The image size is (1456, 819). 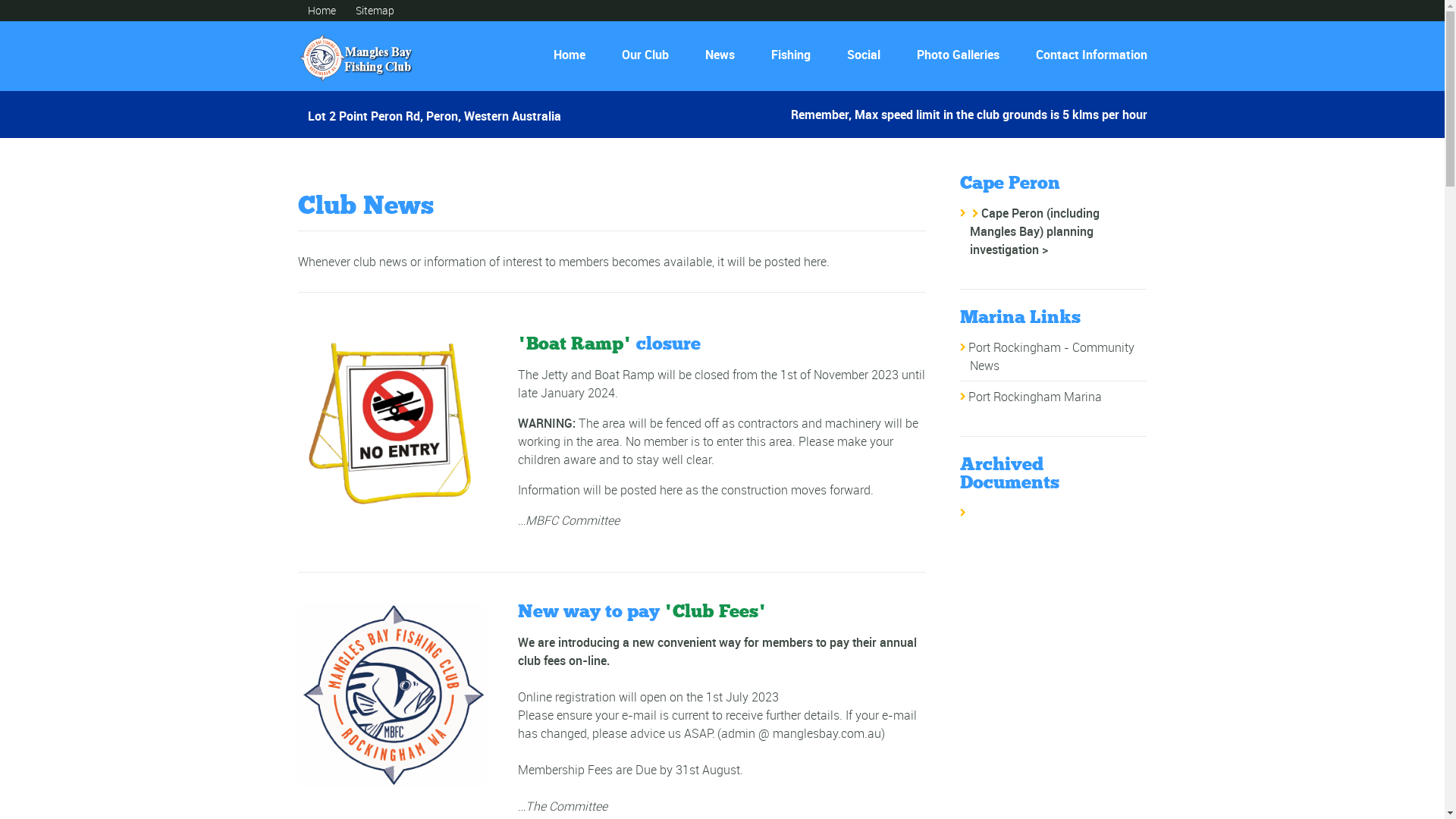 What do you see at coordinates (433, 109) in the screenshot?
I see `'Lot 2 Point Peron Rd, Peron, Western Australia'` at bounding box center [433, 109].